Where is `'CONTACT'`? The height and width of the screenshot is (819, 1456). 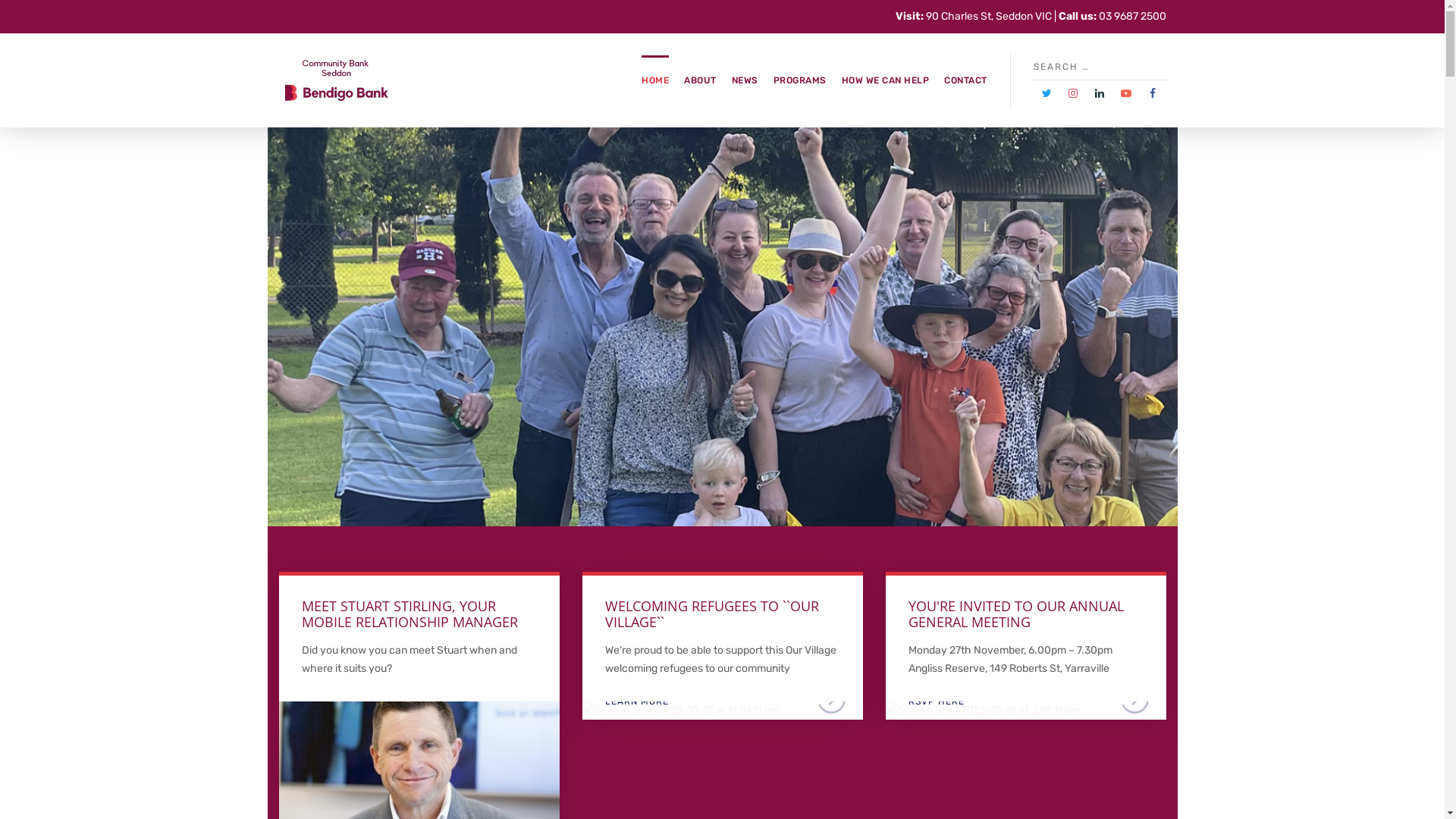
'CONTACT' is located at coordinates (965, 80).